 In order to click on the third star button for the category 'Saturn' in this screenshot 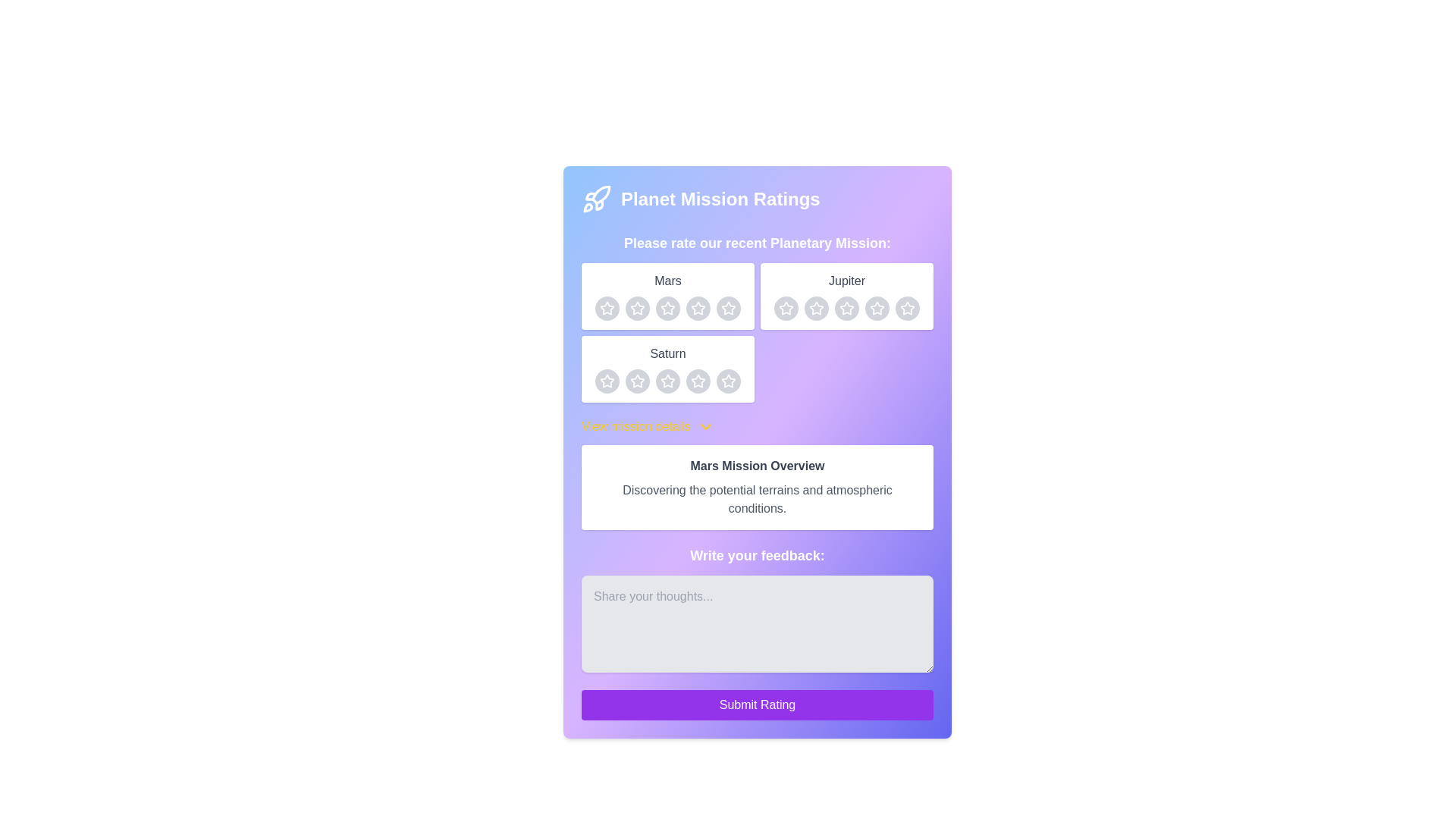, I will do `click(667, 380)`.